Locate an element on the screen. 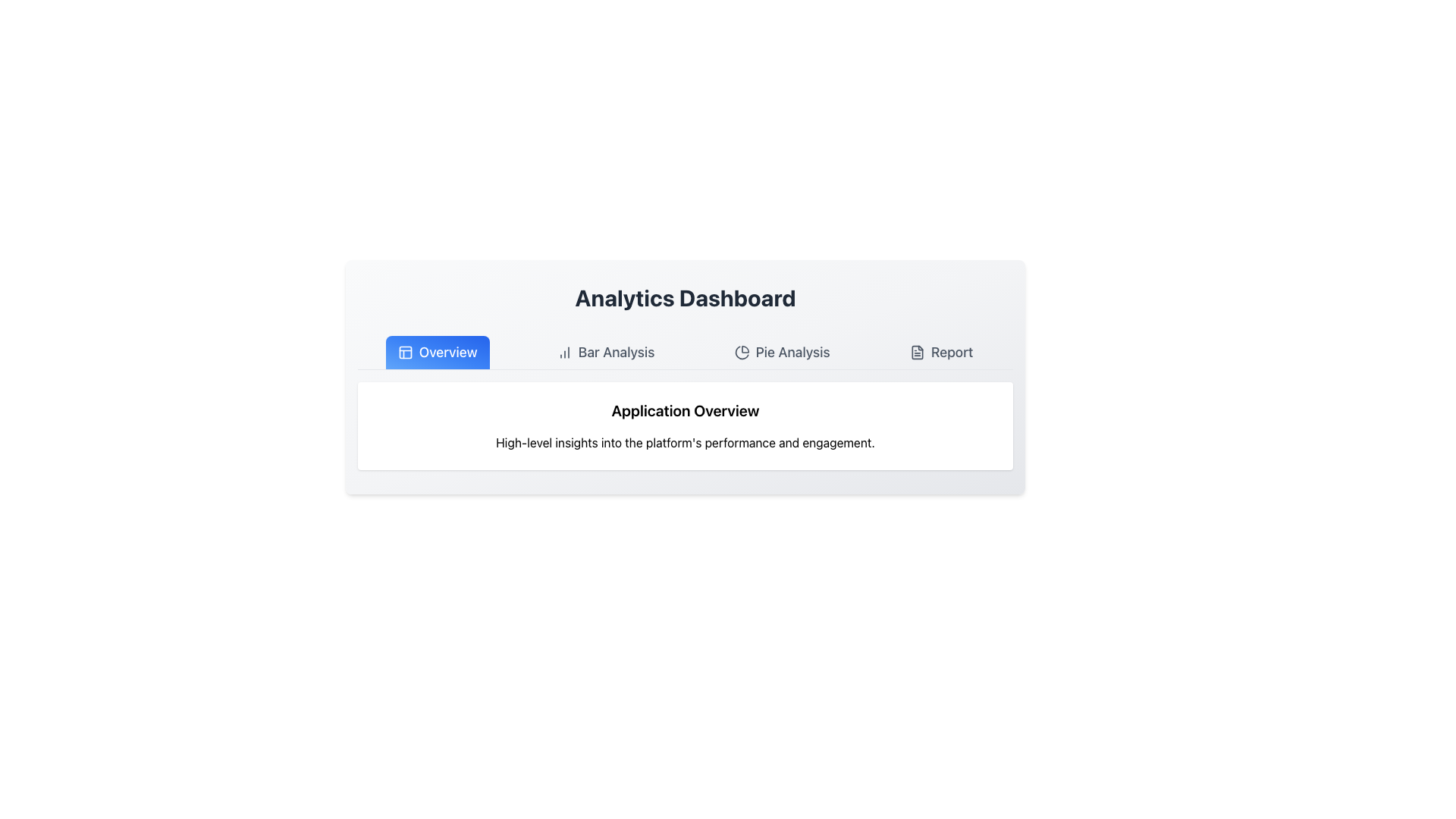 This screenshot has height=819, width=1456. the 'Pie Analysis' icon in the navigation bar, which is the third item from the left and visually indicates the section's purpose is located at coordinates (742, 353).